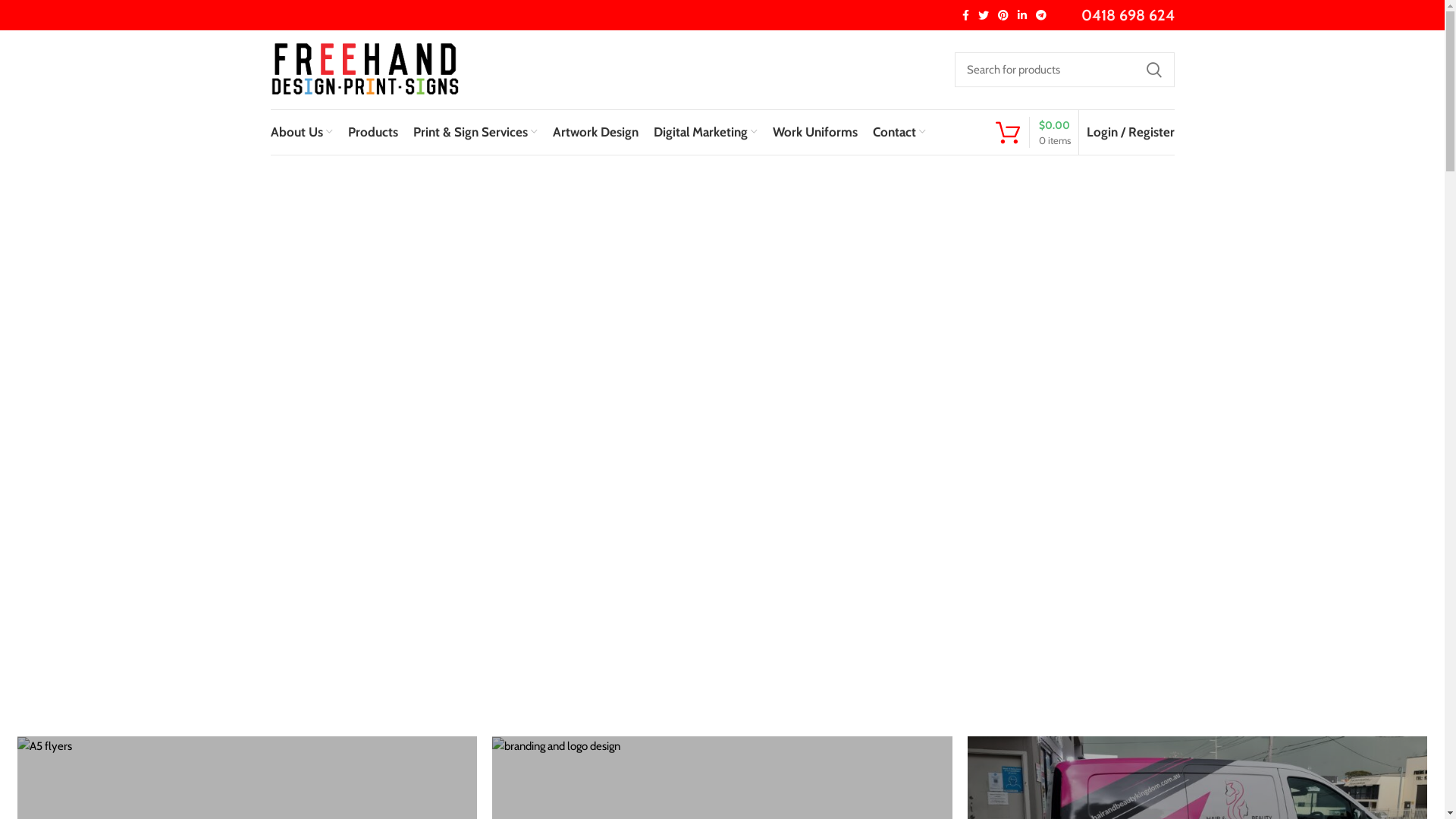 The width and height of the screenshot is (1456, 819). What do you see at coordinates (1031, 131) in the screenshot?
I see `'0 items` at bounding box center [1031, 131].